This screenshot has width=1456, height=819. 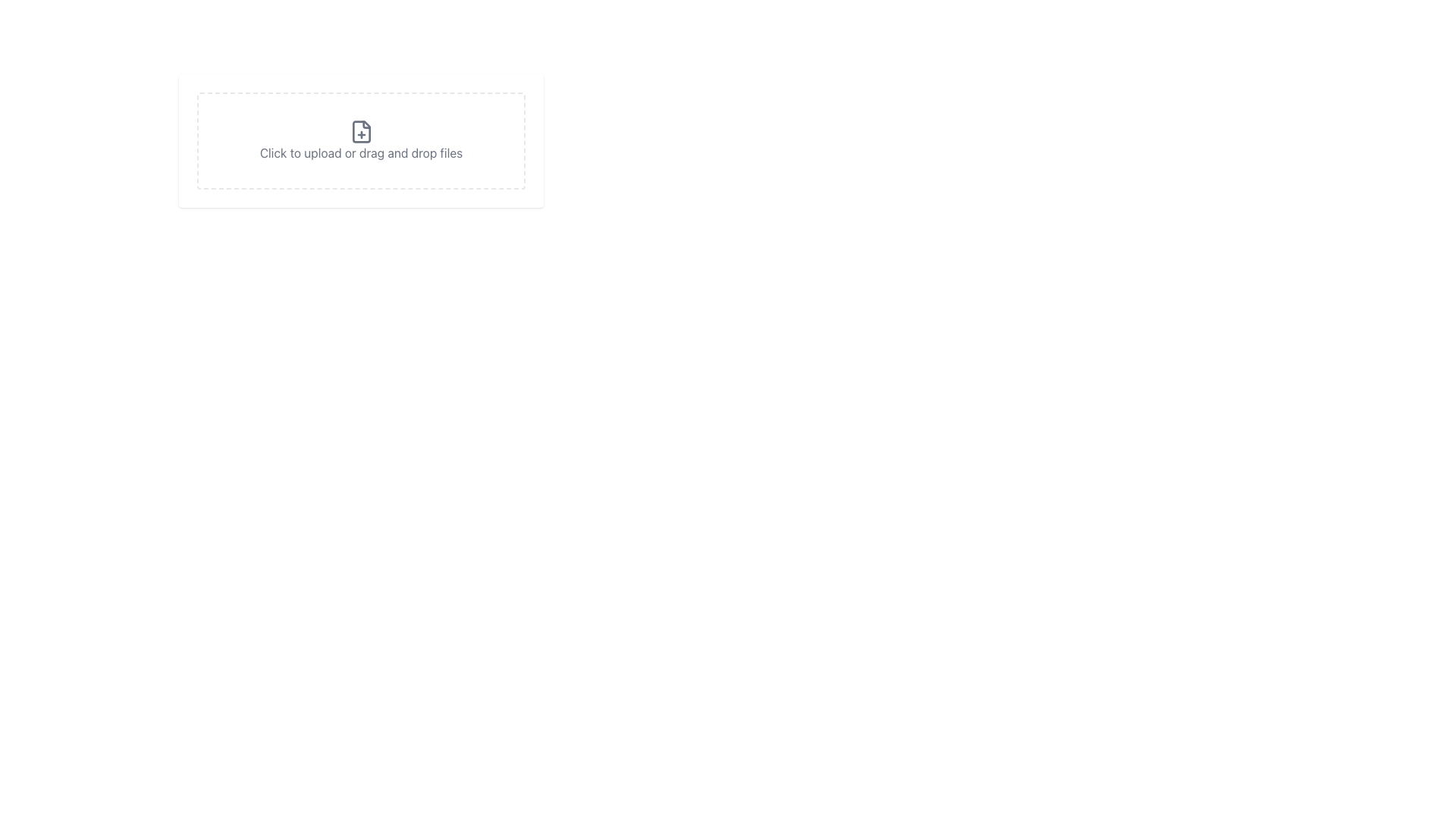 I want to click on the text label that reads 'Click to upload or drag and drop files.' which is styled in gray text and centered within a bordered region, so click(x=360, y=152).